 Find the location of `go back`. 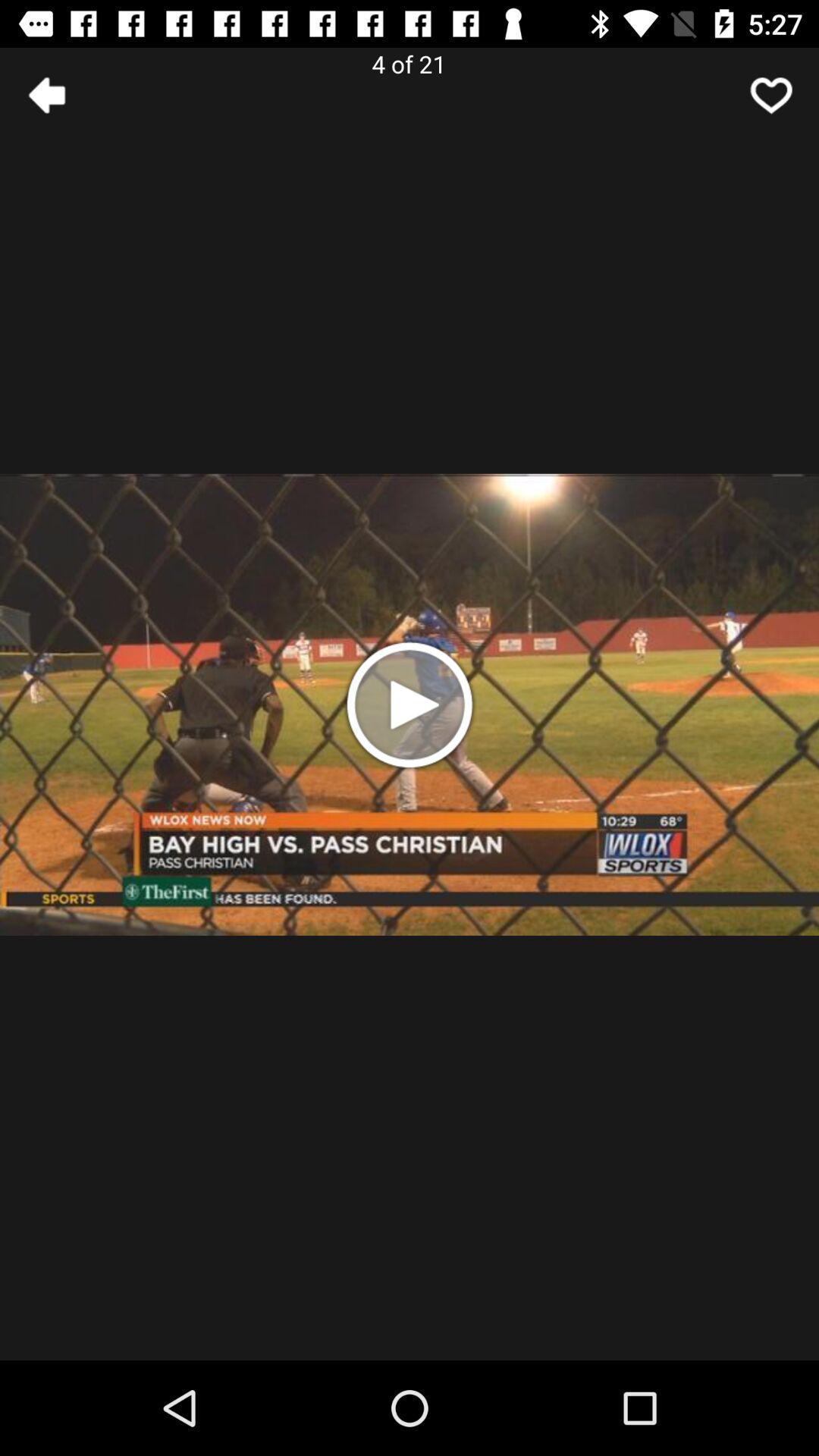

go back is located at coordinates (46, 94).